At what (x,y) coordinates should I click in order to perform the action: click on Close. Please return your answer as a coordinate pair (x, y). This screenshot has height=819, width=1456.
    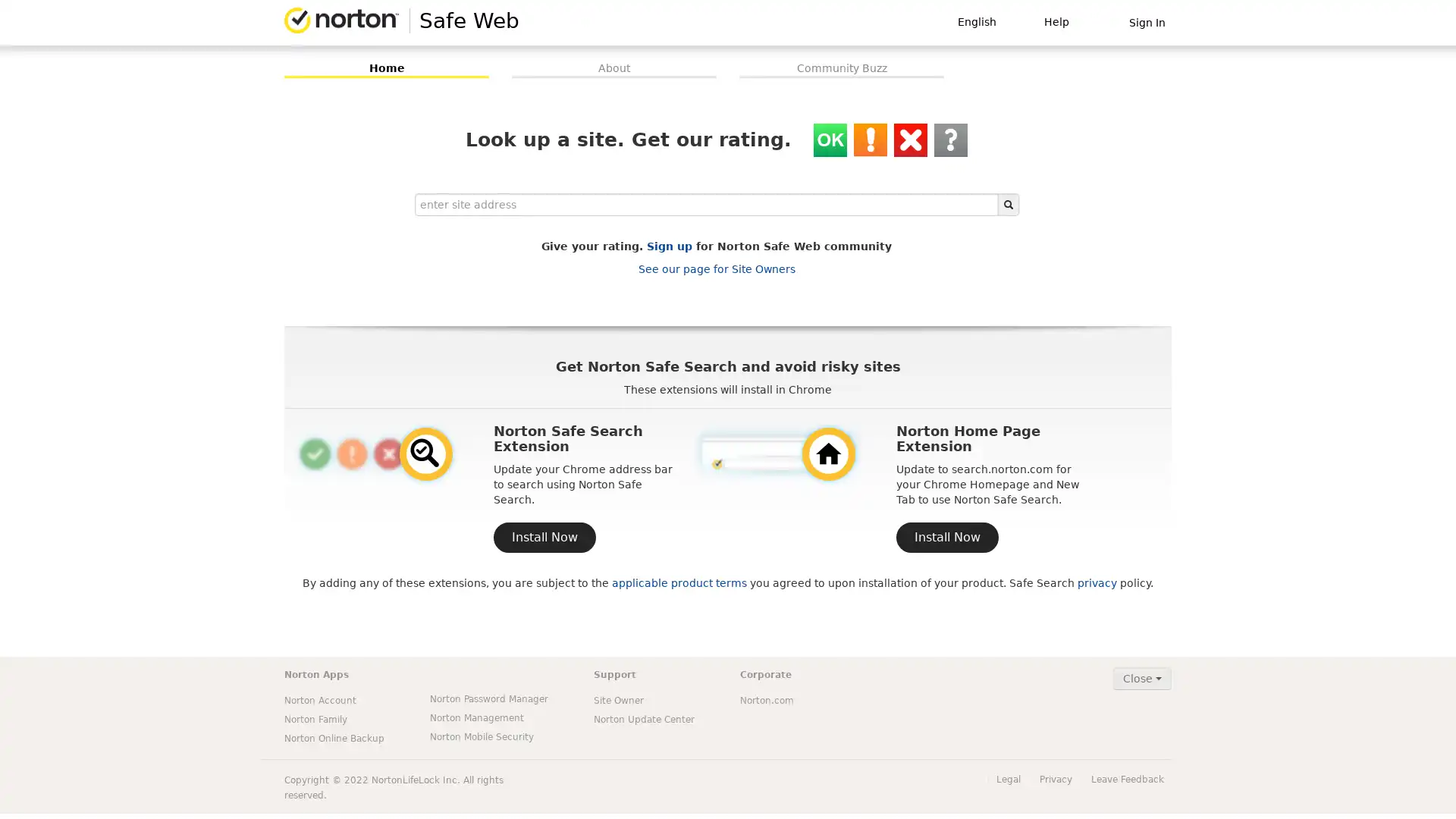
    Looking at the image, I should click on (1142, 677).